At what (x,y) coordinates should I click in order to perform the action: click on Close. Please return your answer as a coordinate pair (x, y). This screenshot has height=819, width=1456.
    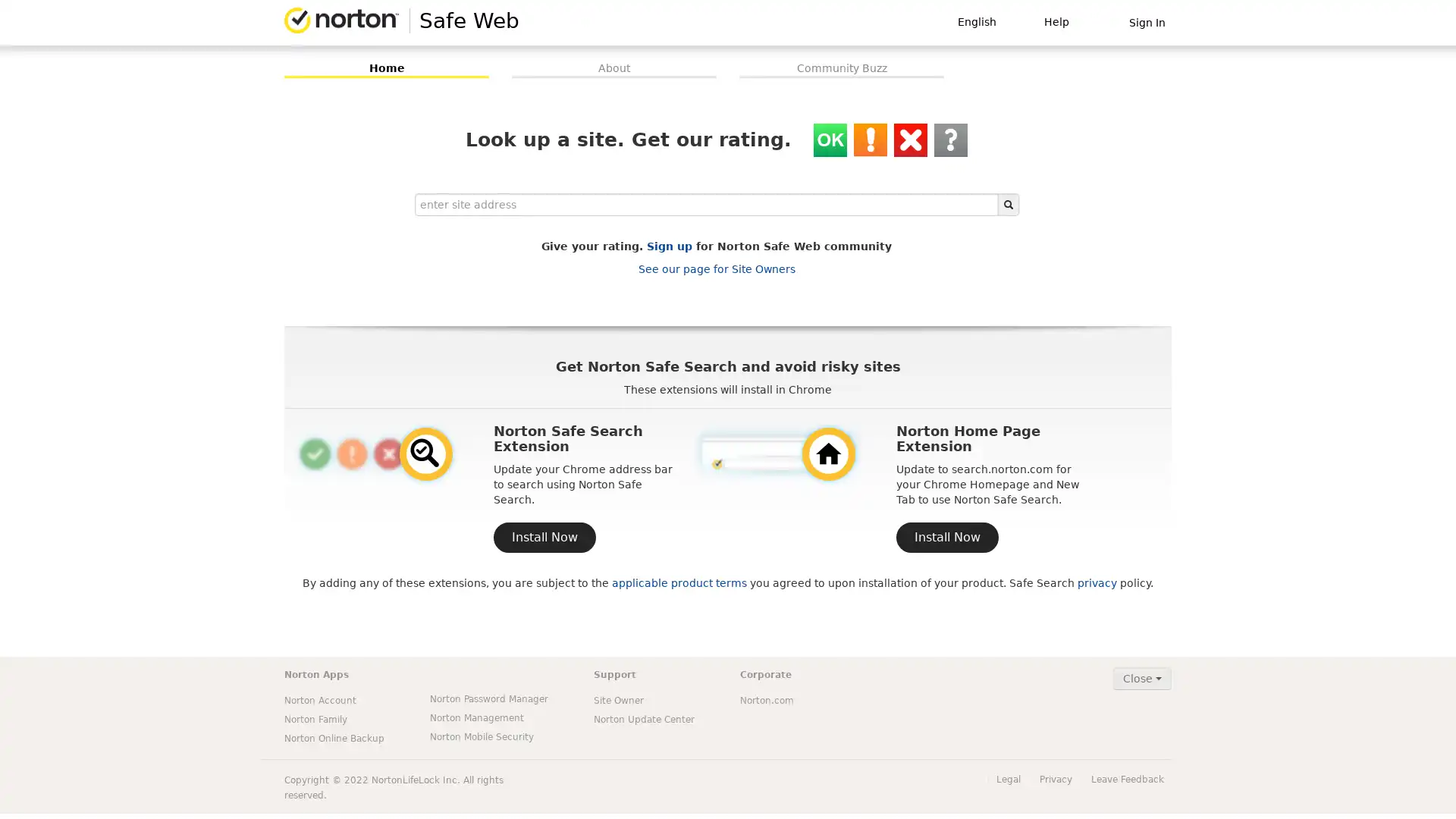
    Looking at the image, I should click on (1142, 677).